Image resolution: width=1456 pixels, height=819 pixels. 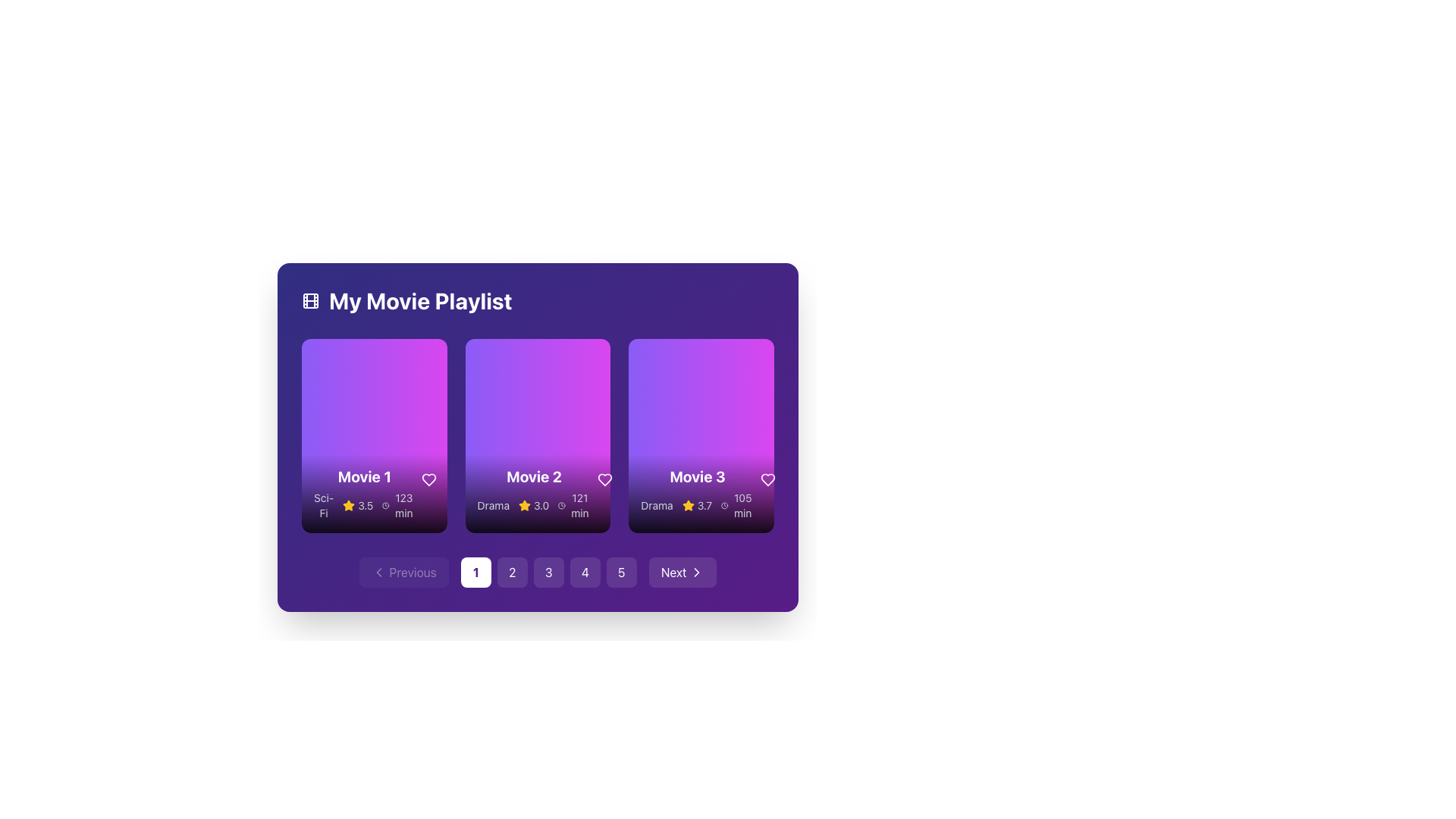 I want to click on the circular button labeled '3' with a purple background, so click(x=548, y=573).